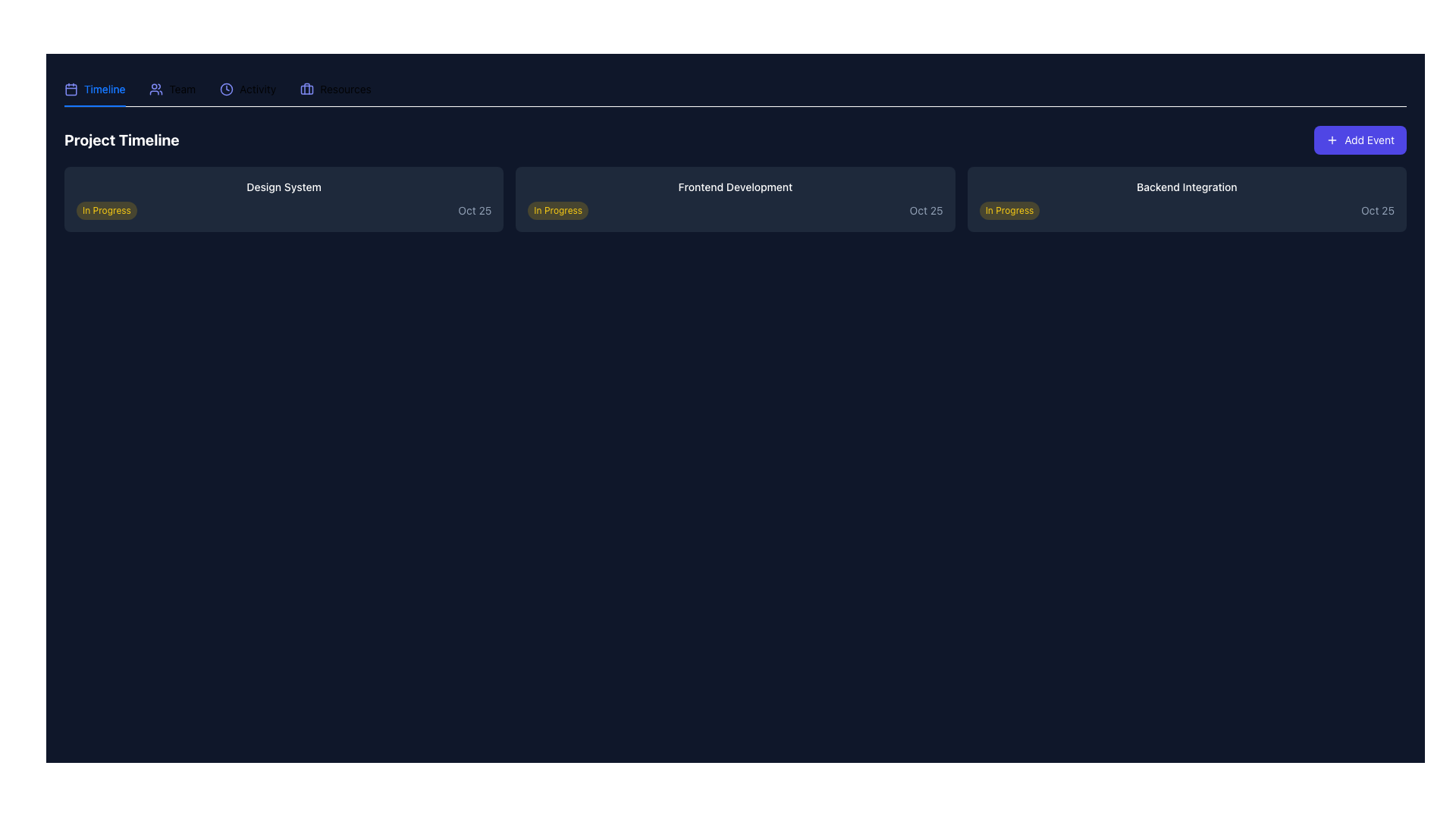 The image size is (1456, 819). Describe the element at coordinates (1360, 140) in the screenshot. I see `the purple button with rounded edges labeled 'Add Event'` at that location.